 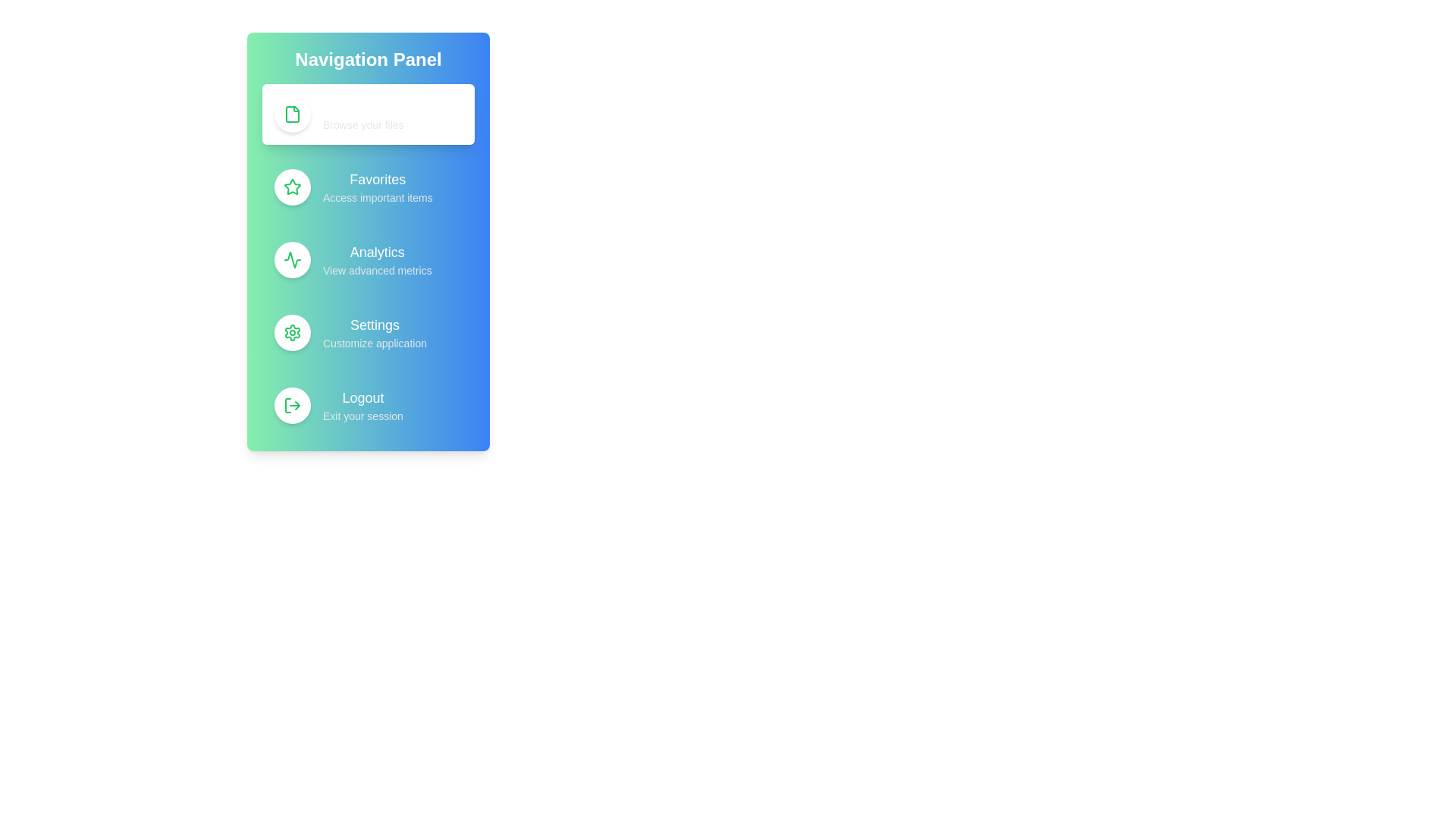 I want to click on the icon for Analytics, so click(x=292, y=259).